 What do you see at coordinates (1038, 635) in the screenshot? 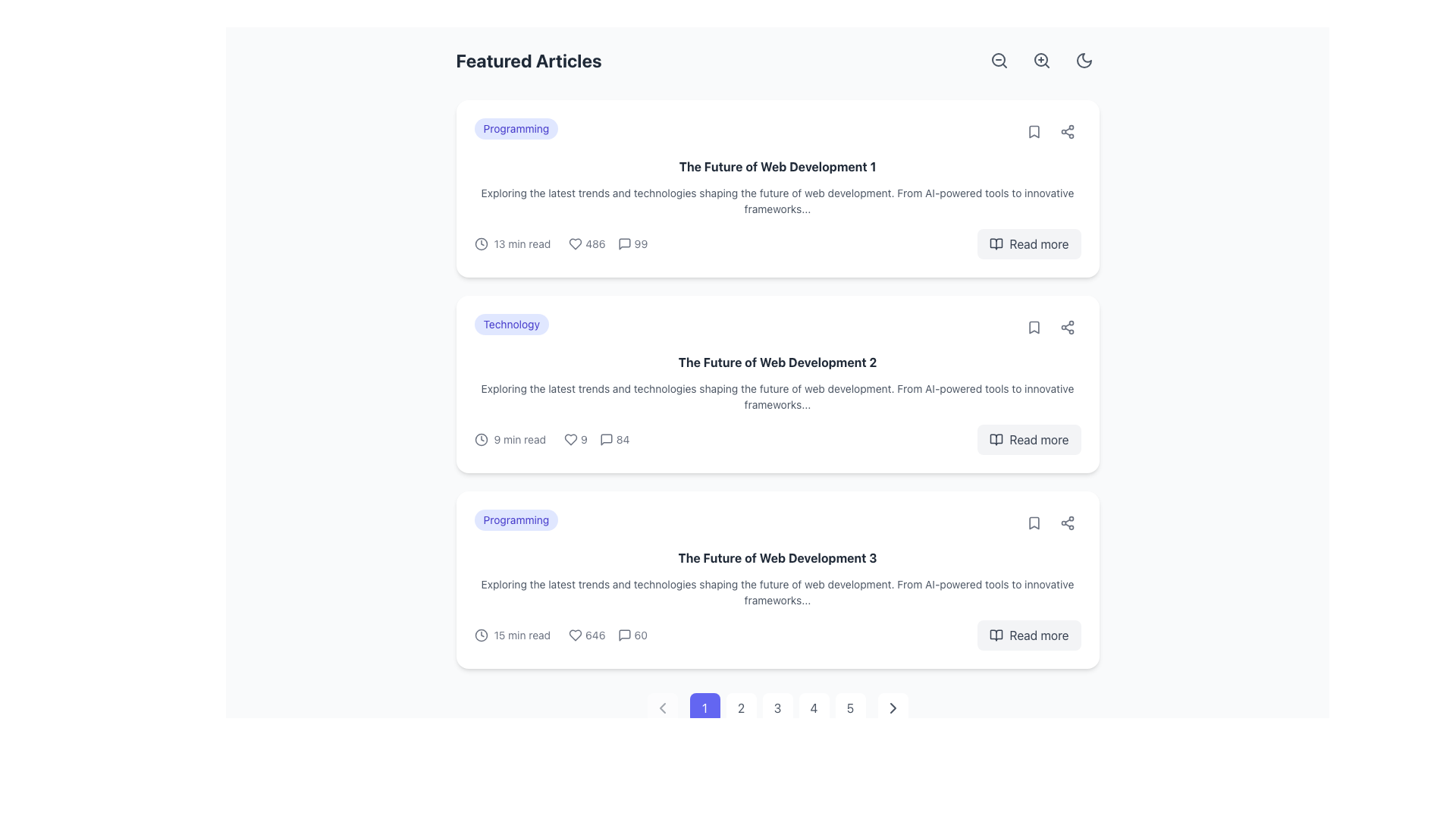
I see `the 'Read more' text label located in the bottom-right corner of the third article in the main content area` at bounding box center [1038, 635].